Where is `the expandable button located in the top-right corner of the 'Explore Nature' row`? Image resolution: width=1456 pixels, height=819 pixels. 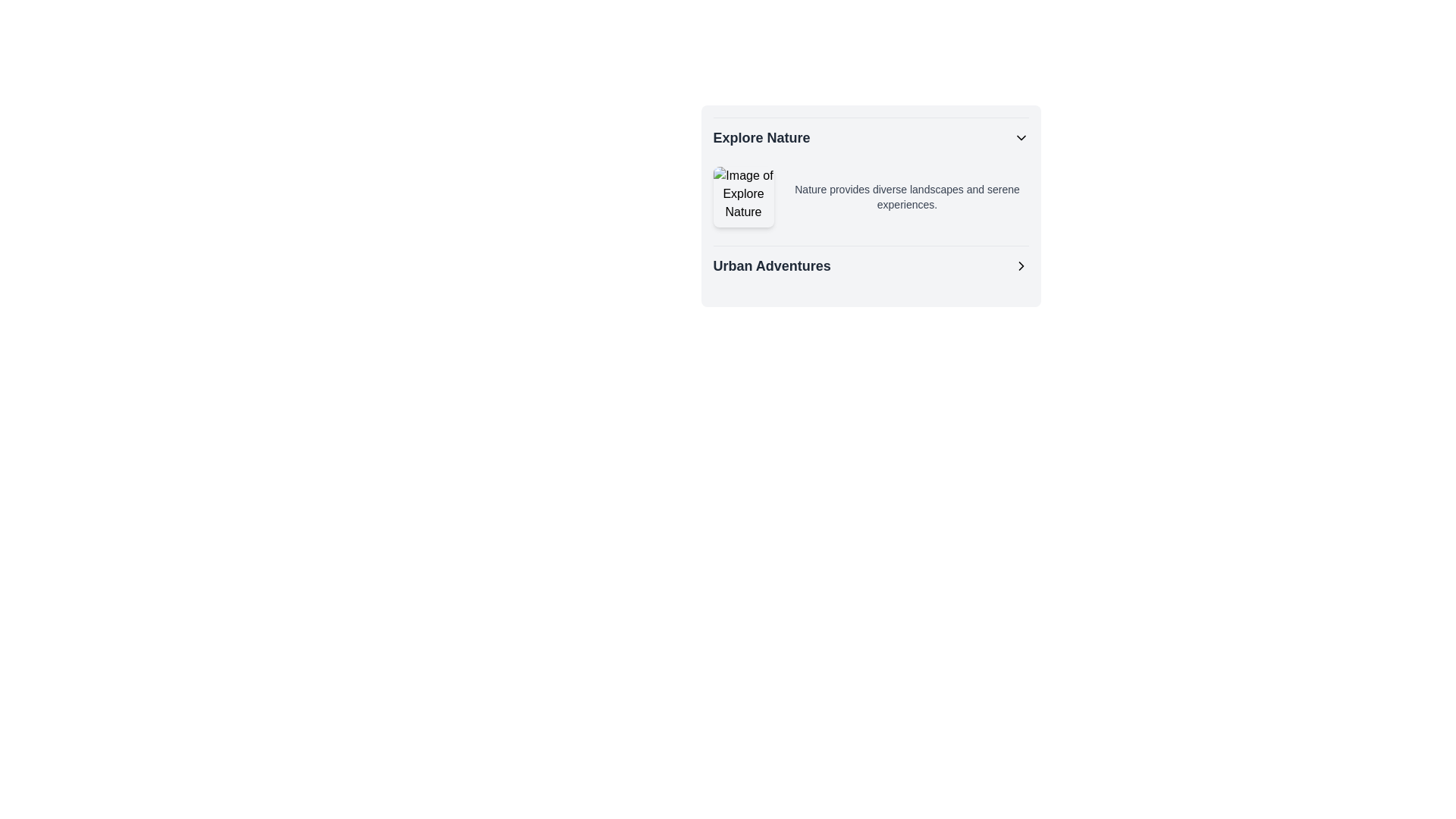 the expandable button located in the top-right corner of the 'Explore Nature' row is located at coordinates (1021, 137).